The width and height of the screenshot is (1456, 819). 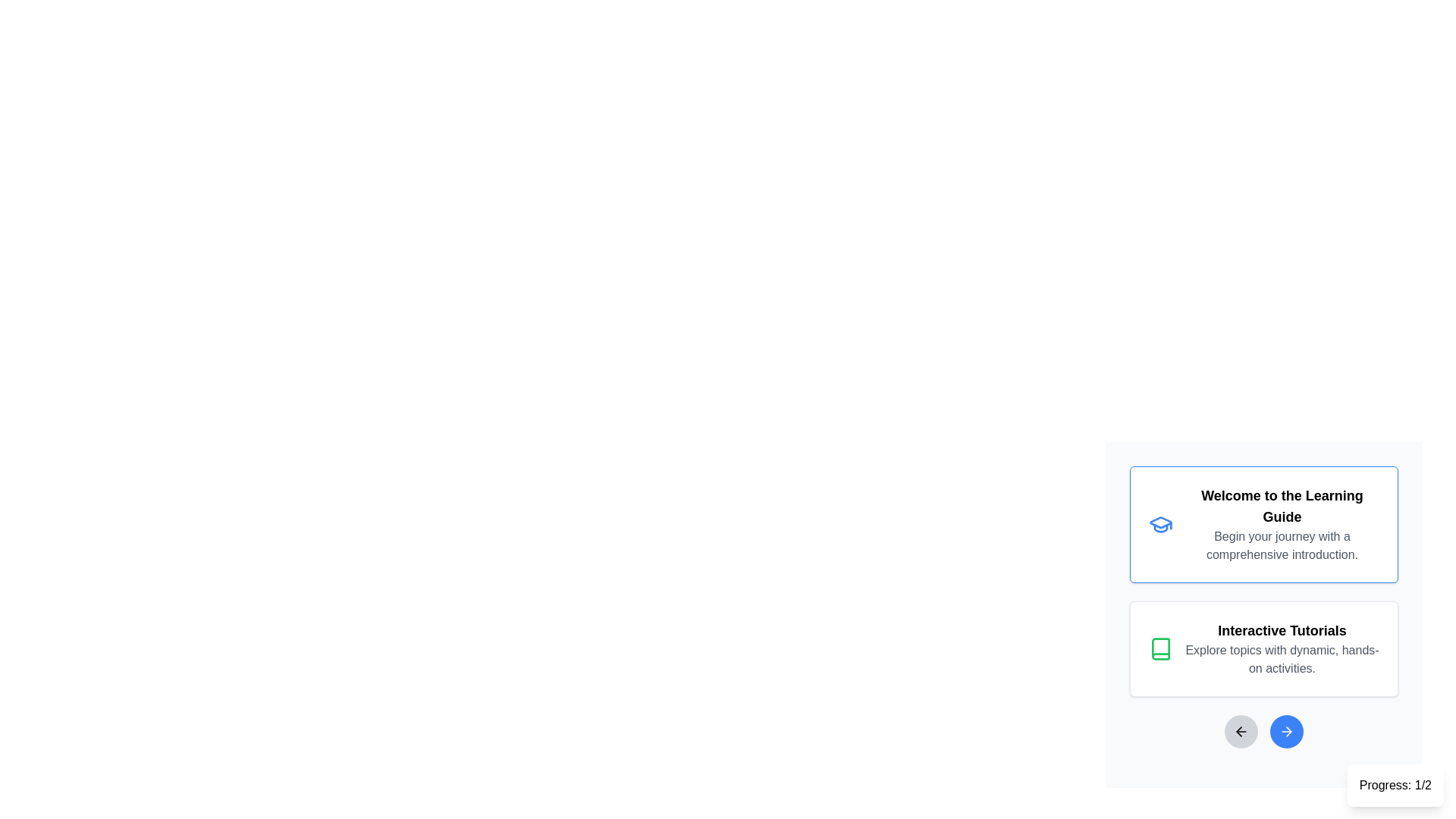 What do you see at coordinates (1160, 648) in the screenshot?
I see `the icon located within the 'Interactive Tutorials' card` at bounding box center [1160, 648].